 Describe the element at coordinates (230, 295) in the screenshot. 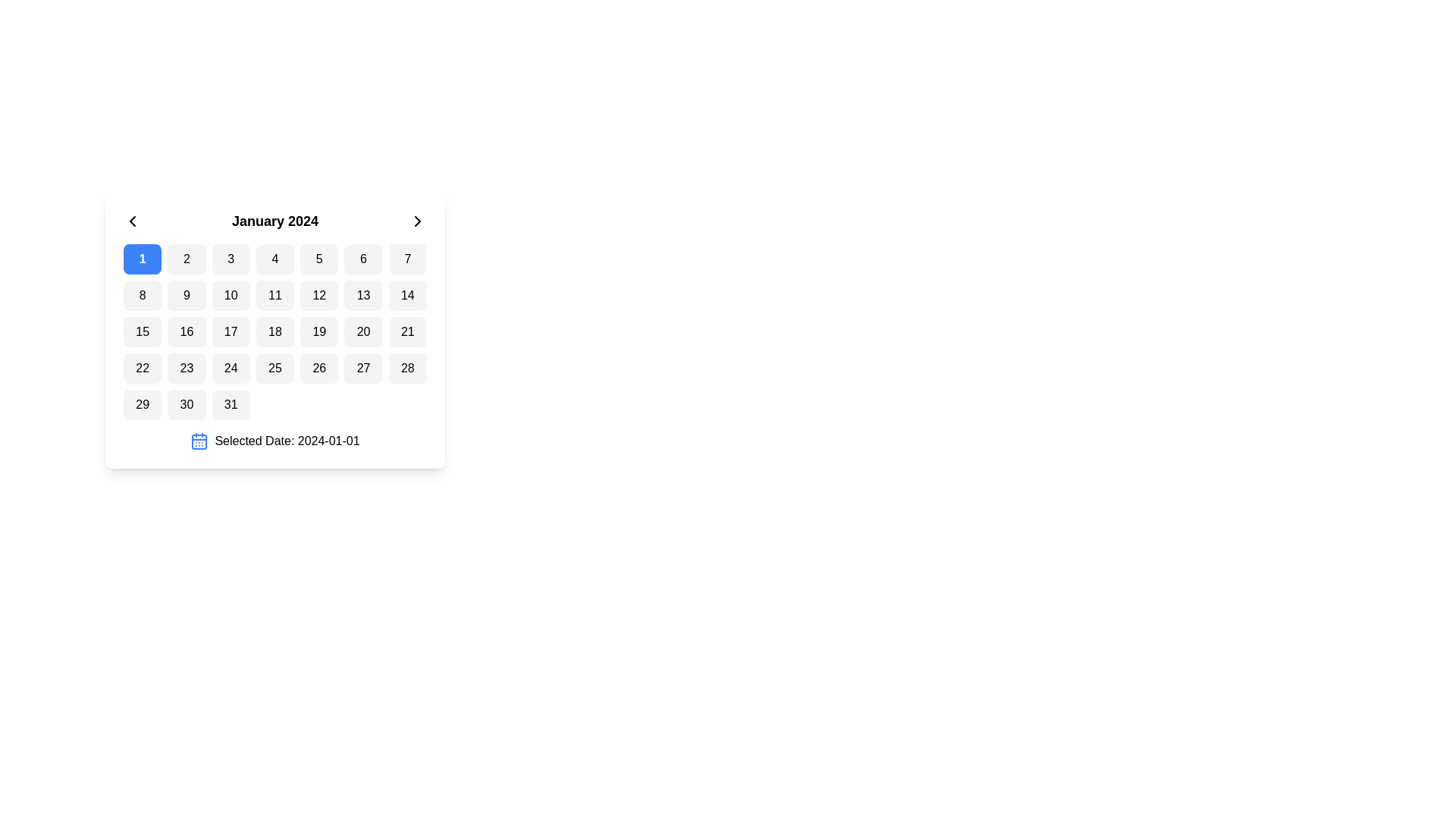

I see `the button displaying '10' in black text, which is the 10th item in the second row of the January 2024 calendar grid` at that location.